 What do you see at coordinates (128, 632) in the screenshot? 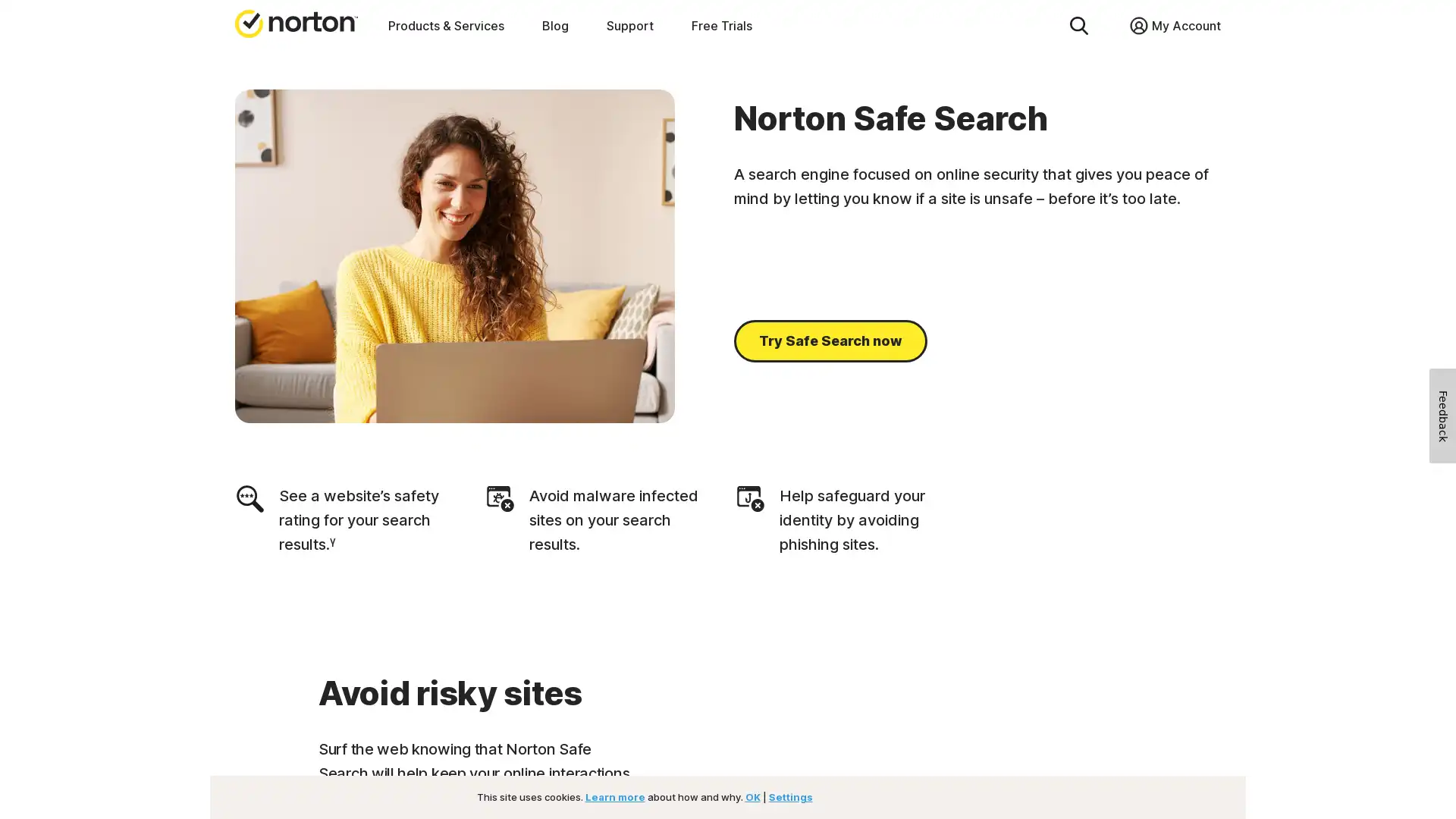
I see `Sign Up` at bounding box center [128, 632].